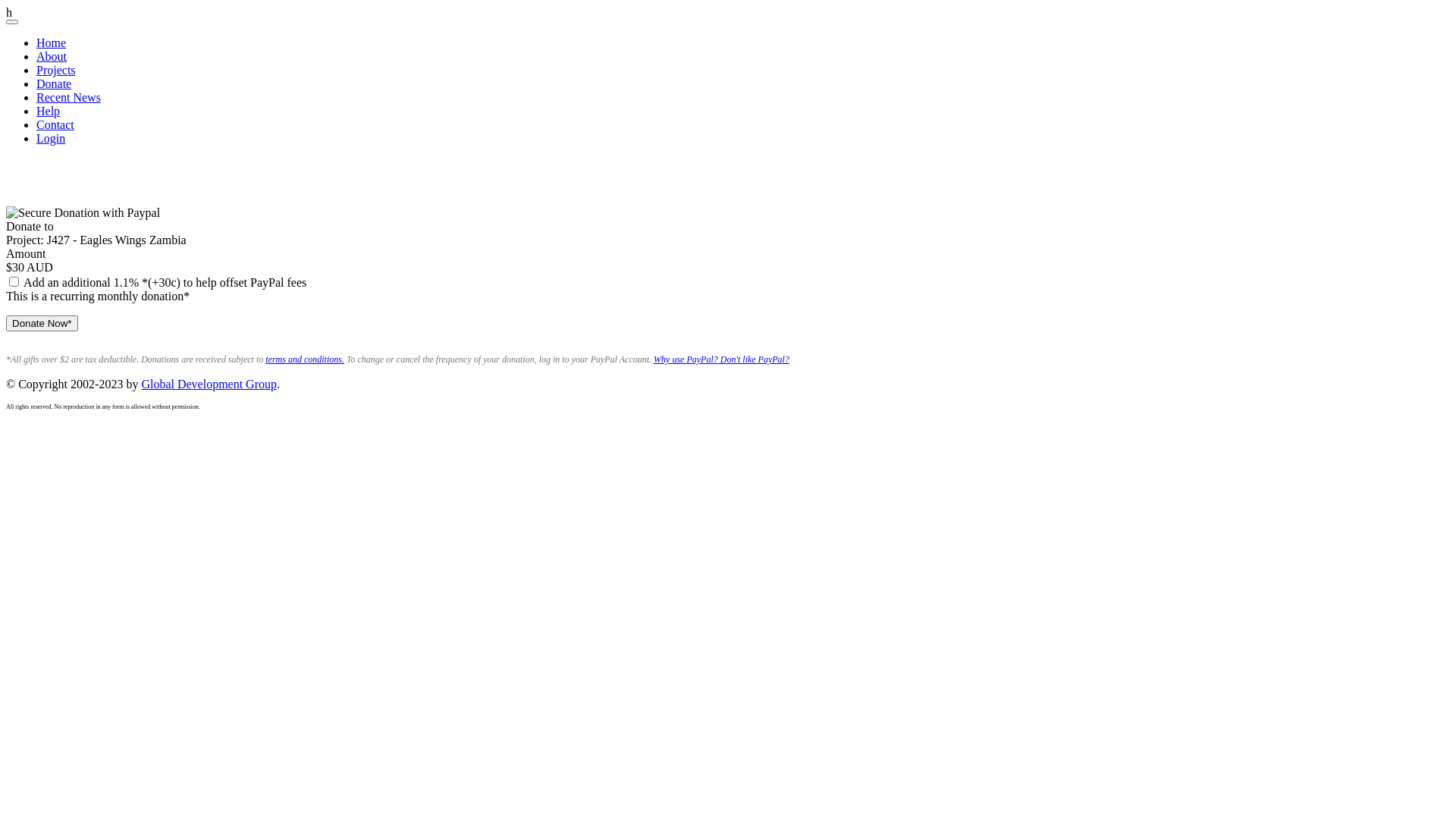 The image size is (1456, 819). What do you see at coordinates (67, 97) in the screenshot?
I see `'Recent News'` at bounding box center [67, 97].